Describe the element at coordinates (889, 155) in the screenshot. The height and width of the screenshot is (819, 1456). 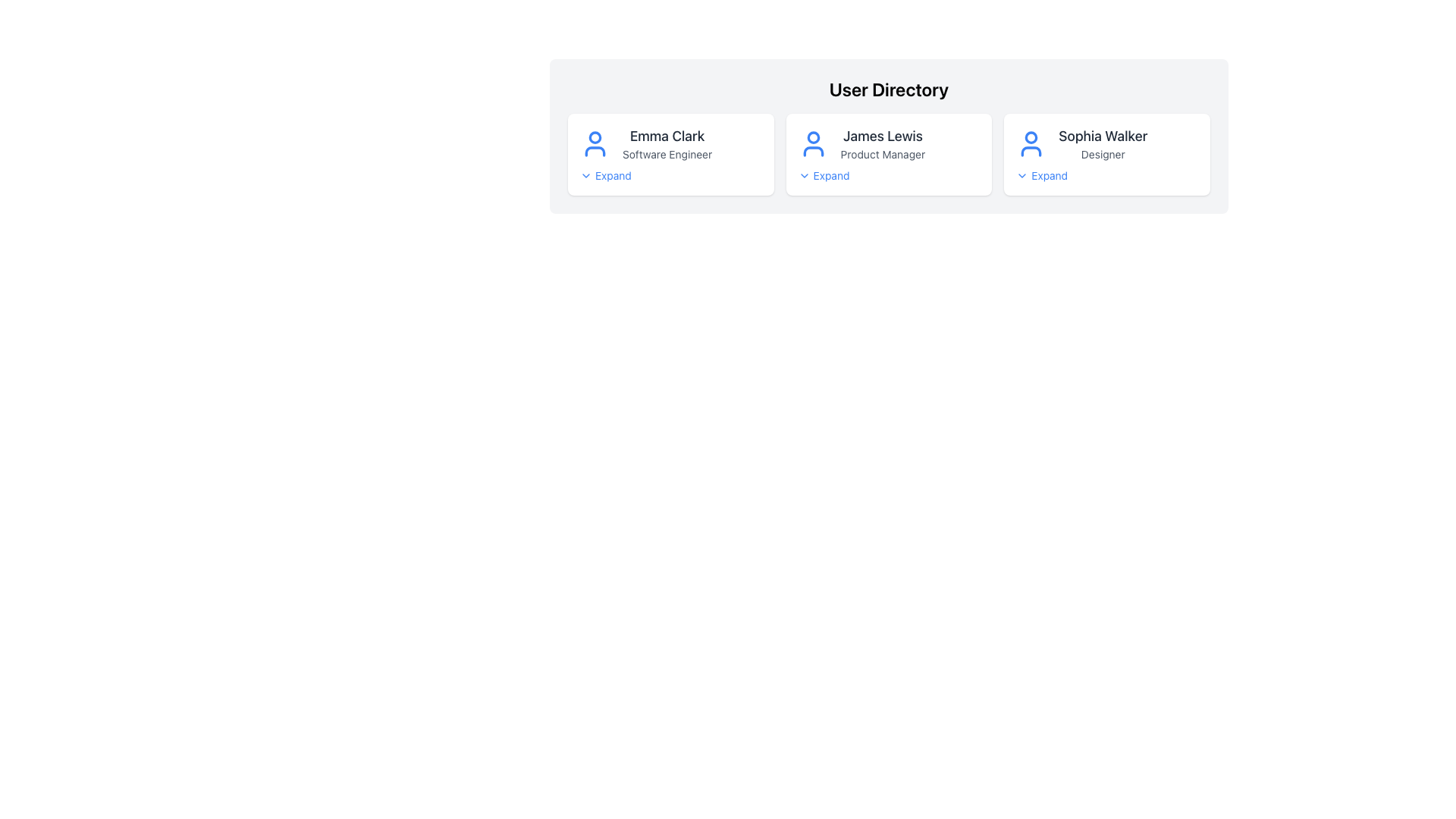
I see `the user profile card located in the middle of the horizontal grid of three cards within the 'User Directory'` at that location.